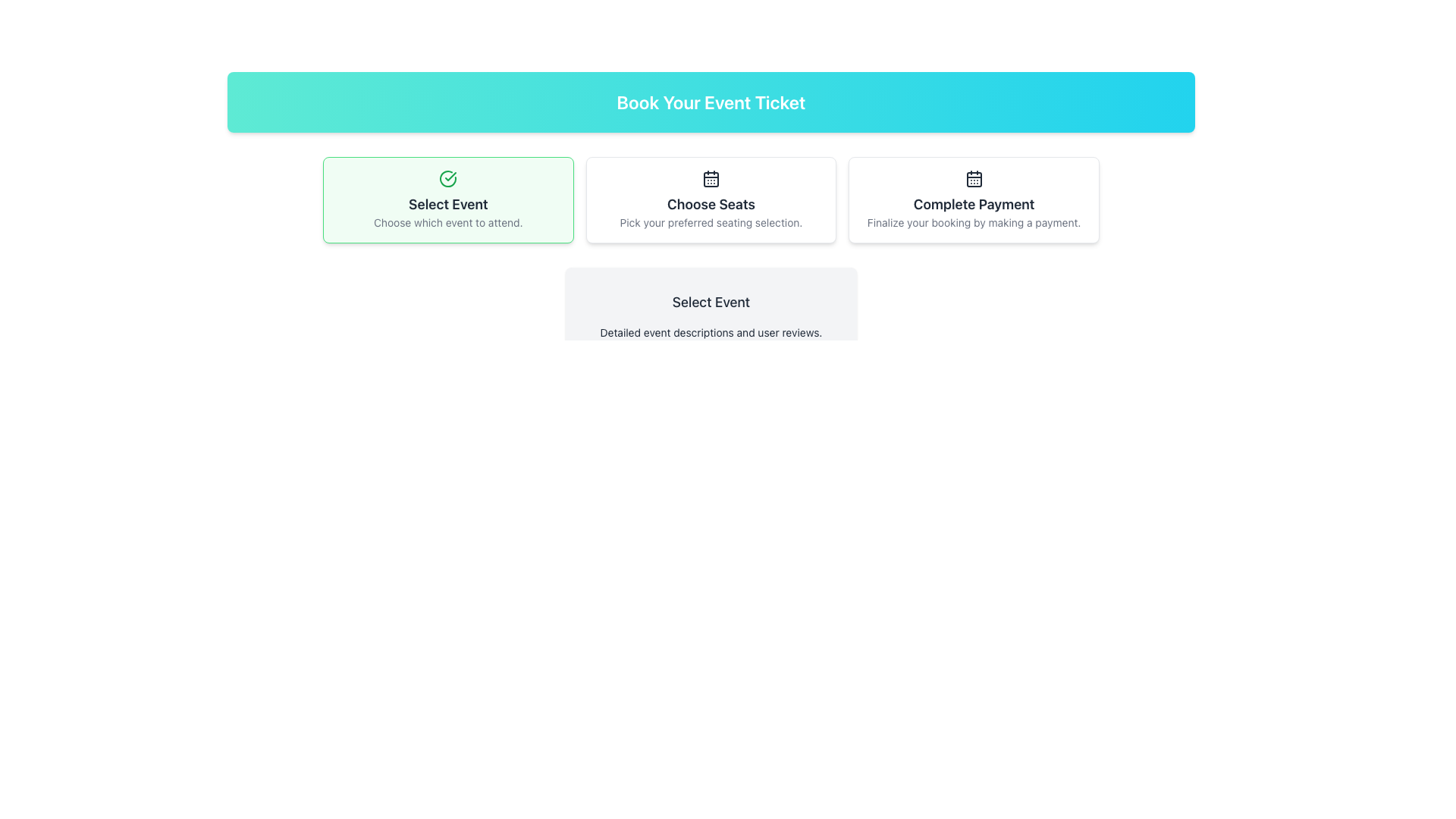 The width and height of the screenshot is (1456, 819). Describe the element at coordinates (710, 199) in the screenshot. I see `the clickable card element that allows users` at that location.